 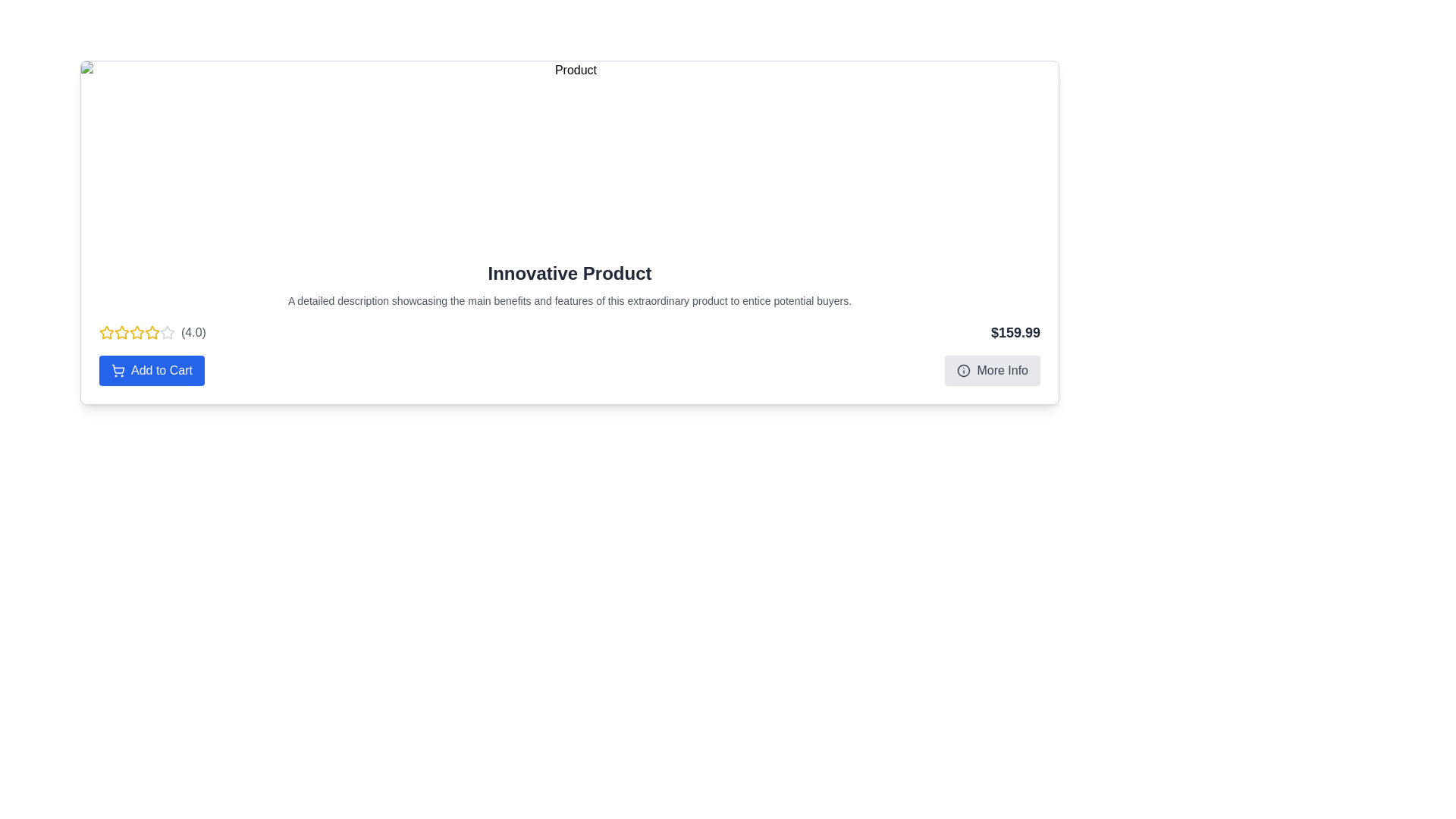 I want to click on the 'More Info' button located at the bottom-right corner of the card layout, so click(x=993, y=371).